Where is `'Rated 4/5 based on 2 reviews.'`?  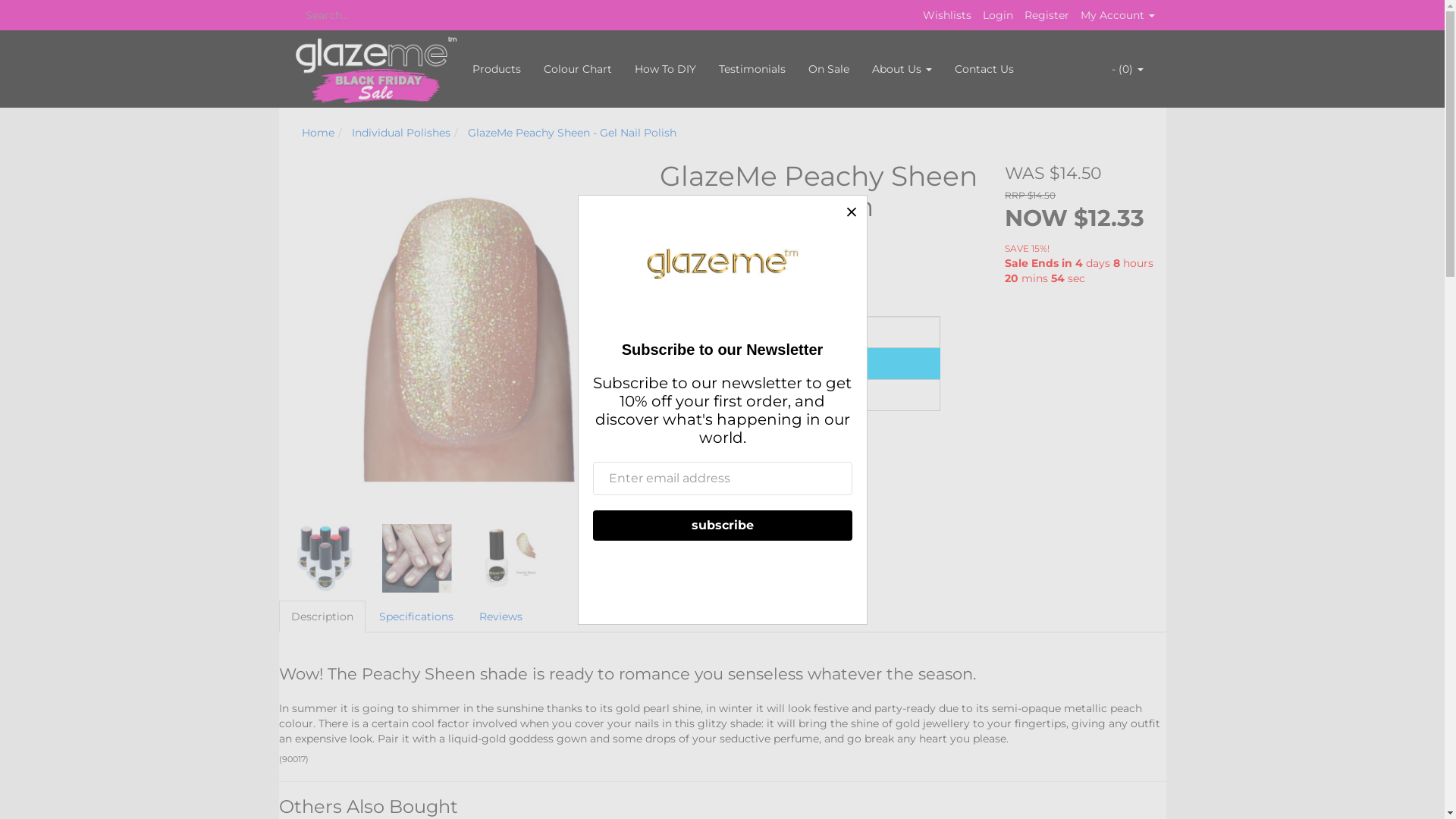
'Rated 4/5 based on 2 reviews.' is located at coordinates (720, 237).